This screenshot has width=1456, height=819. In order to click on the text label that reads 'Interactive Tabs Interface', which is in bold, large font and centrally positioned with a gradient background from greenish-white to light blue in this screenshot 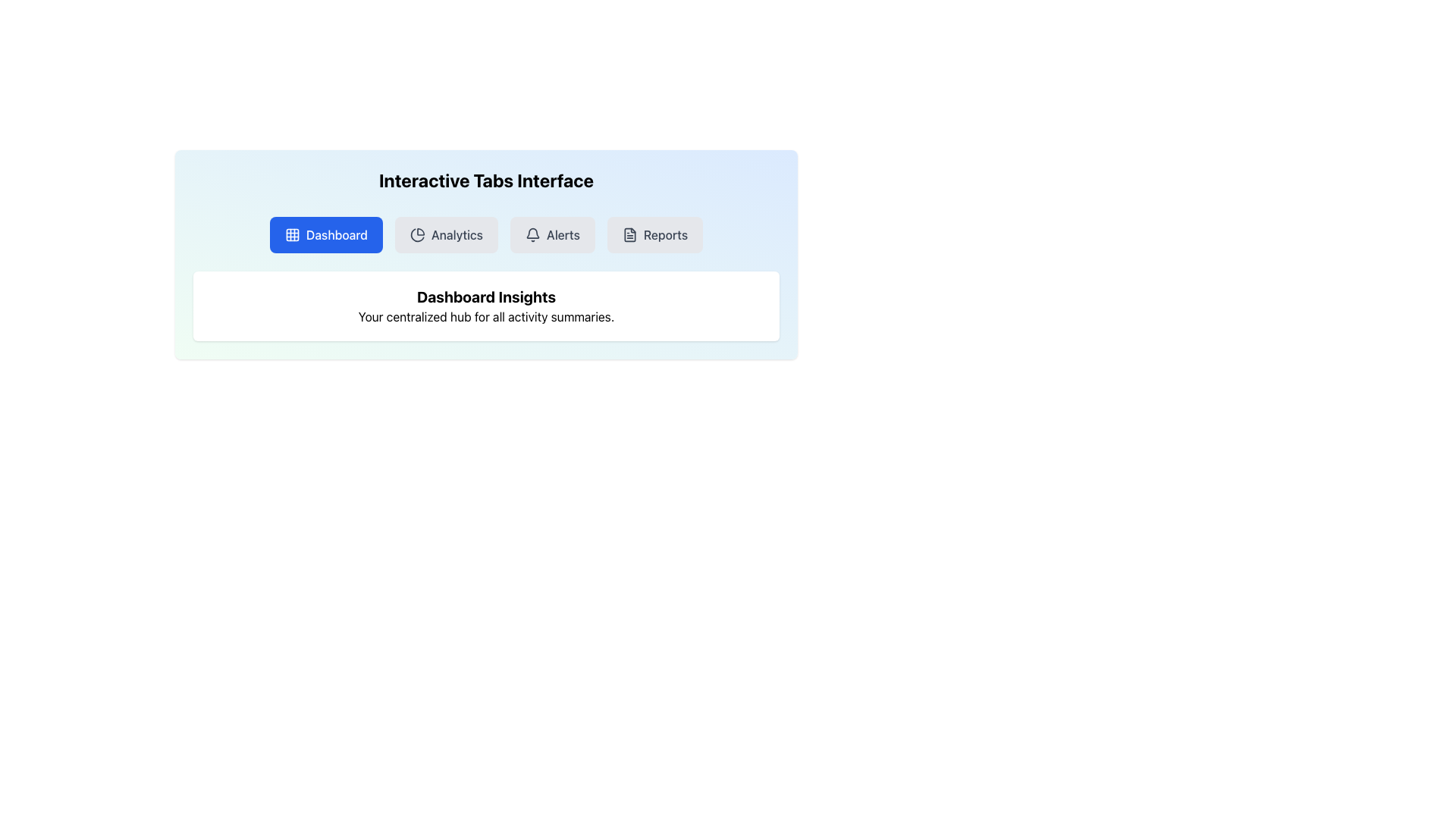, I will do `click(486, 180)`.